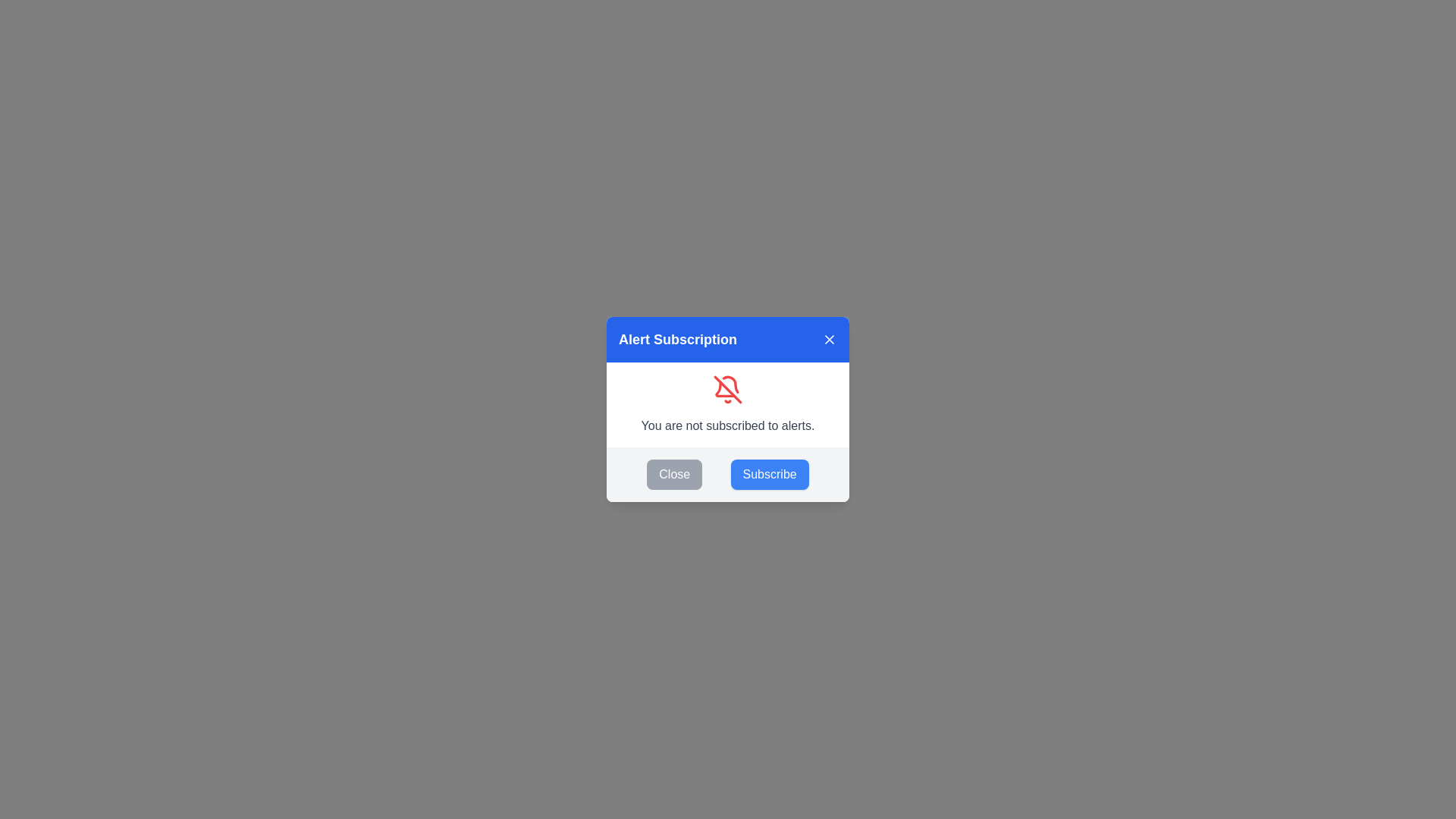 The height and width of the screenshot is (819, 1456). What do you see at coordinates (728, 403) in the screenshot?
I see `the text area displaying the subscription state message` at bounding box center [728, 403].